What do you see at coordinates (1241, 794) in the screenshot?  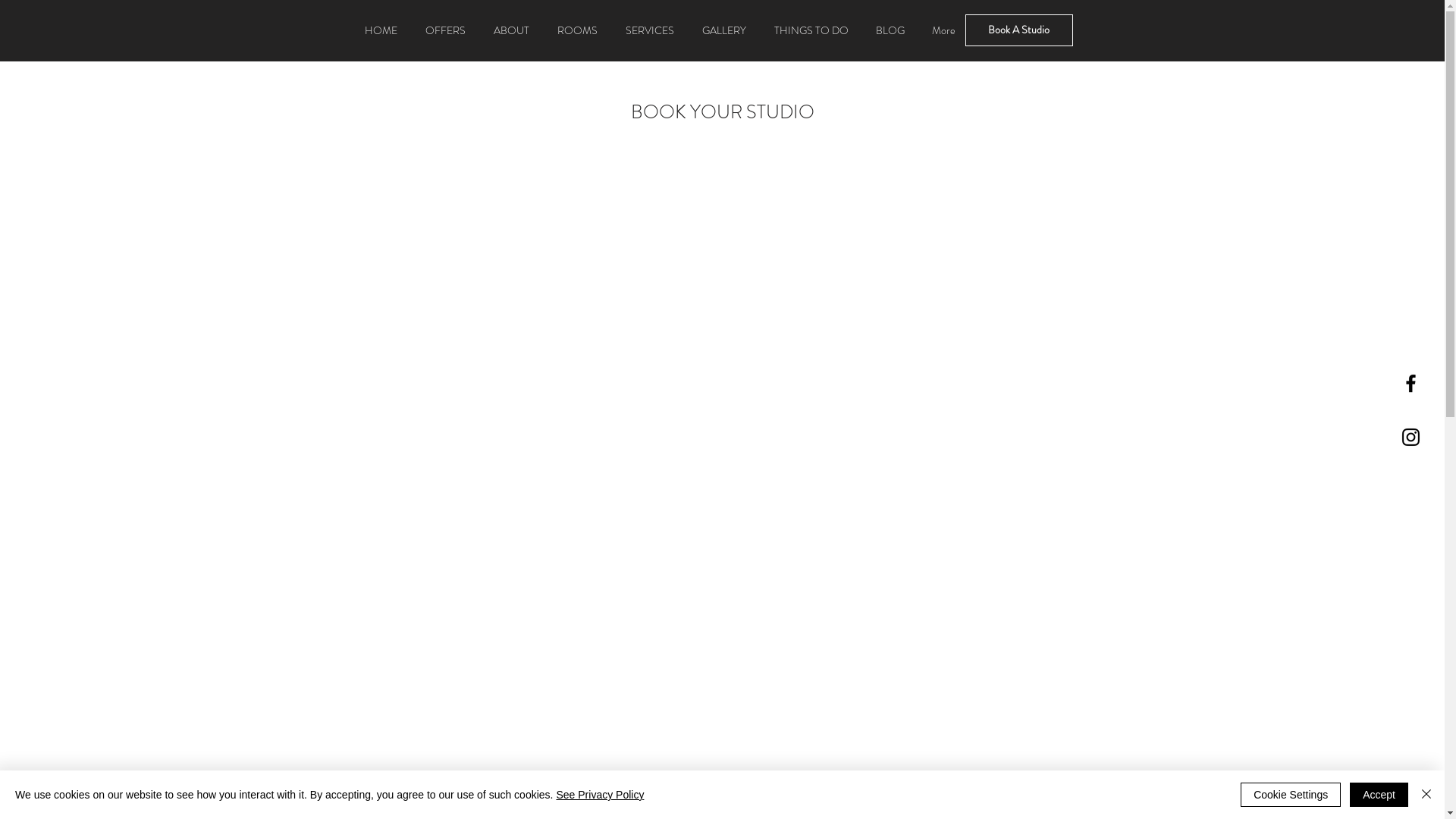 I see `'Cookie Settings'` at bounding box center [1241, 794].